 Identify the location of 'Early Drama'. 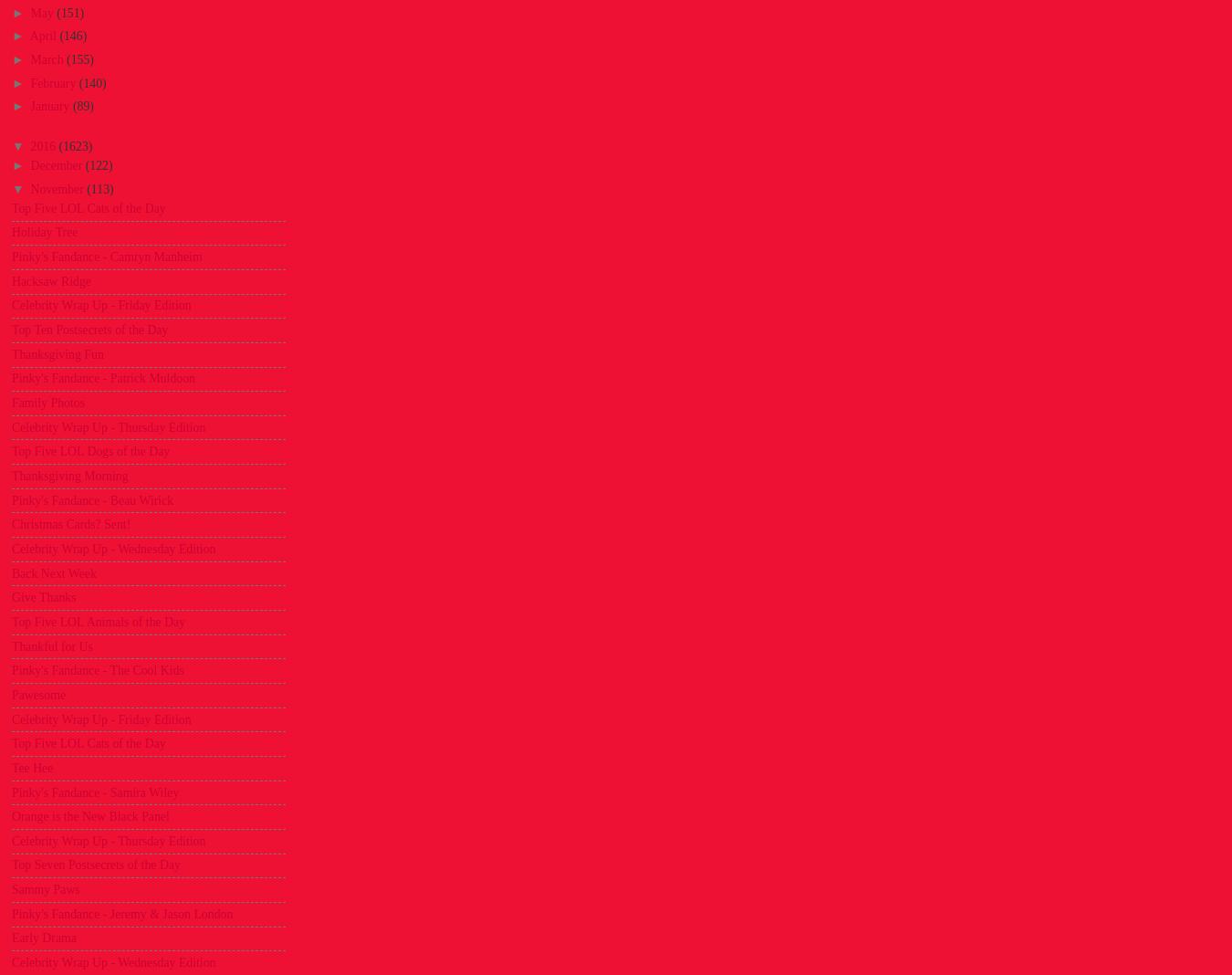
(43, 938).